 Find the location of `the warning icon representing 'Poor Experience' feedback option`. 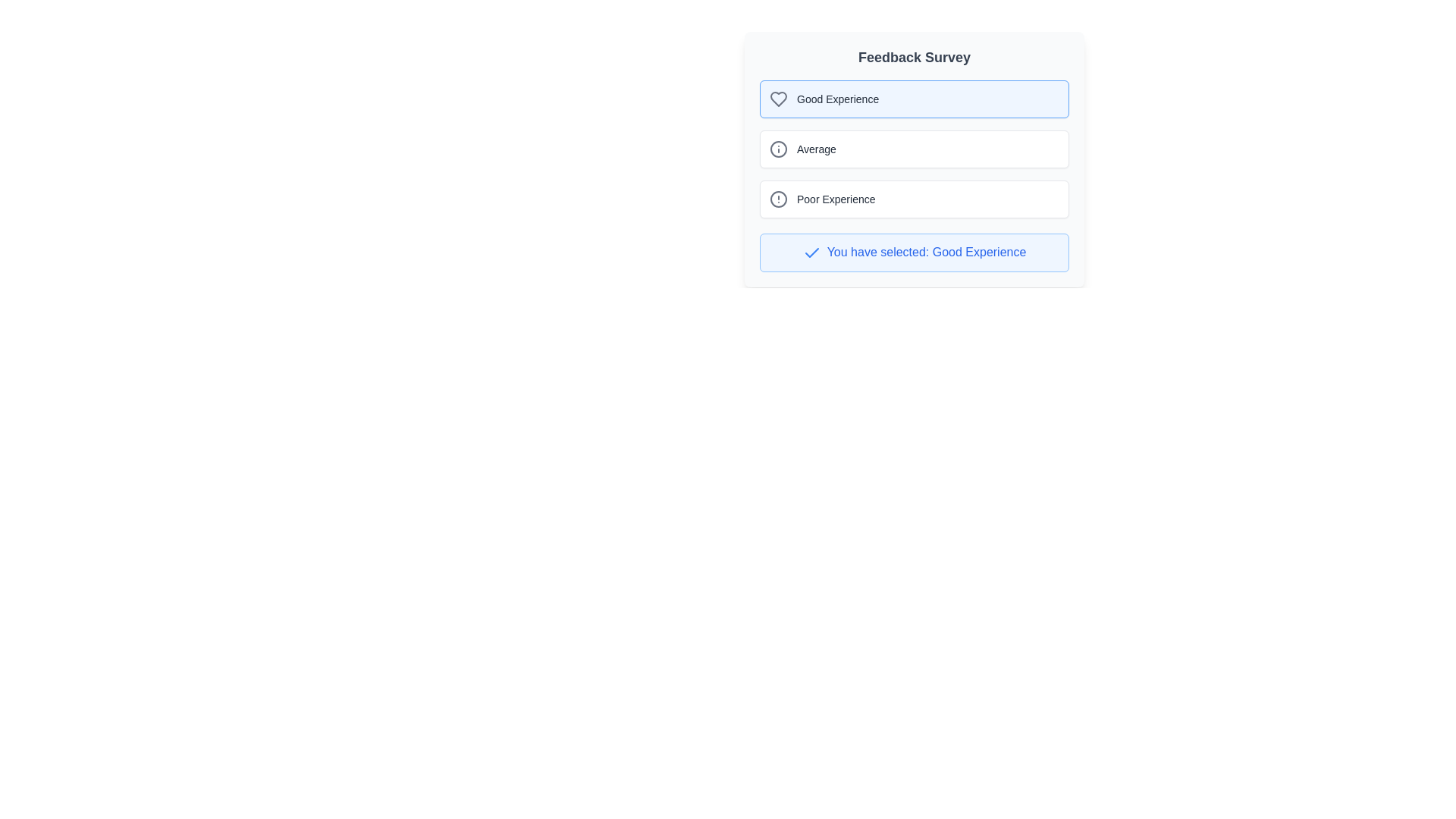

the warning icon representing 'Poor Experience' feedback option is located at coordinates (779, 198).